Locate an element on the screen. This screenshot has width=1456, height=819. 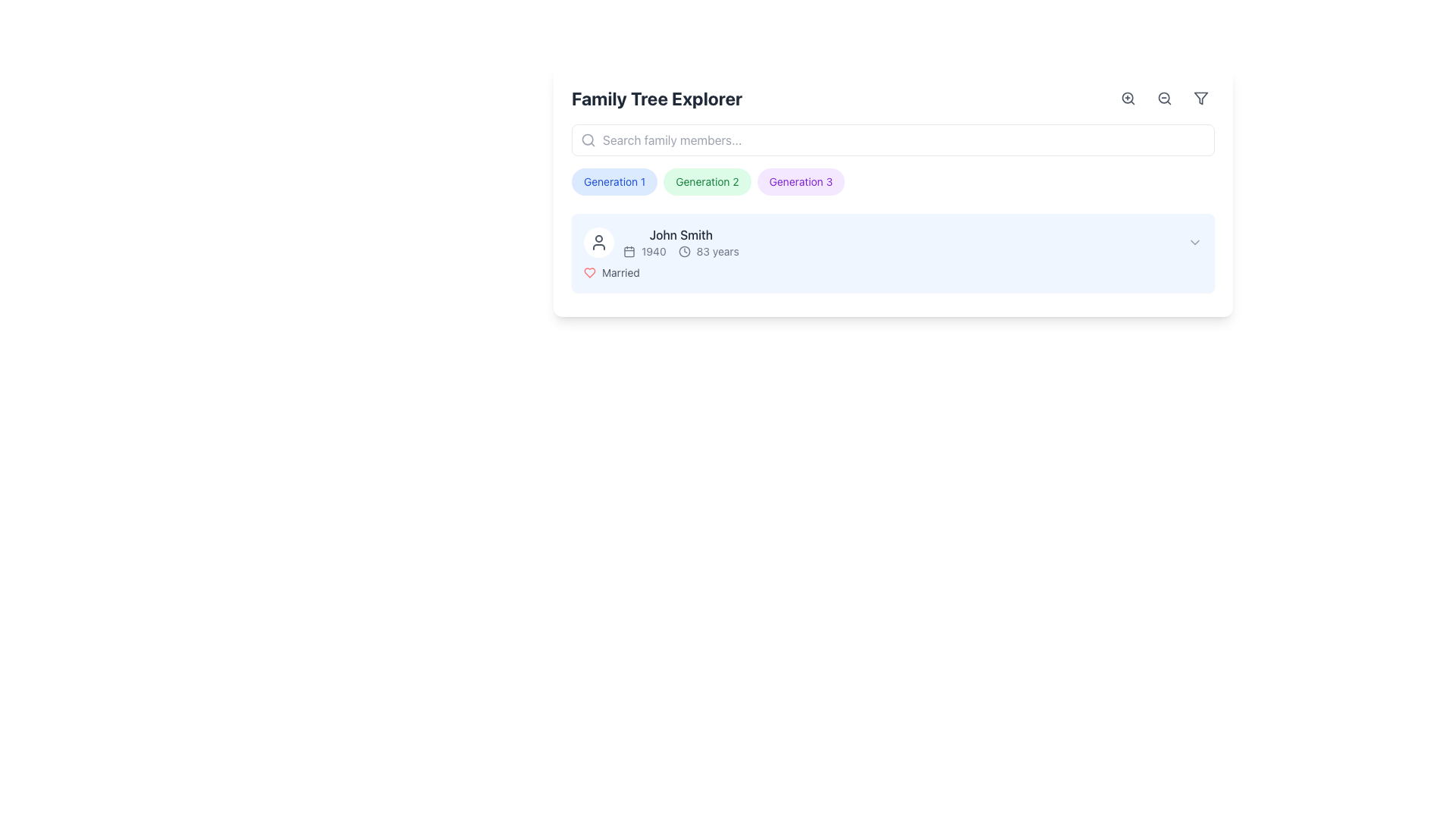
the chevron-down icon located at the far-right end of the row containing 'John Smith 1940 83 years' to highlight it is located at coordinates (1194, 242).